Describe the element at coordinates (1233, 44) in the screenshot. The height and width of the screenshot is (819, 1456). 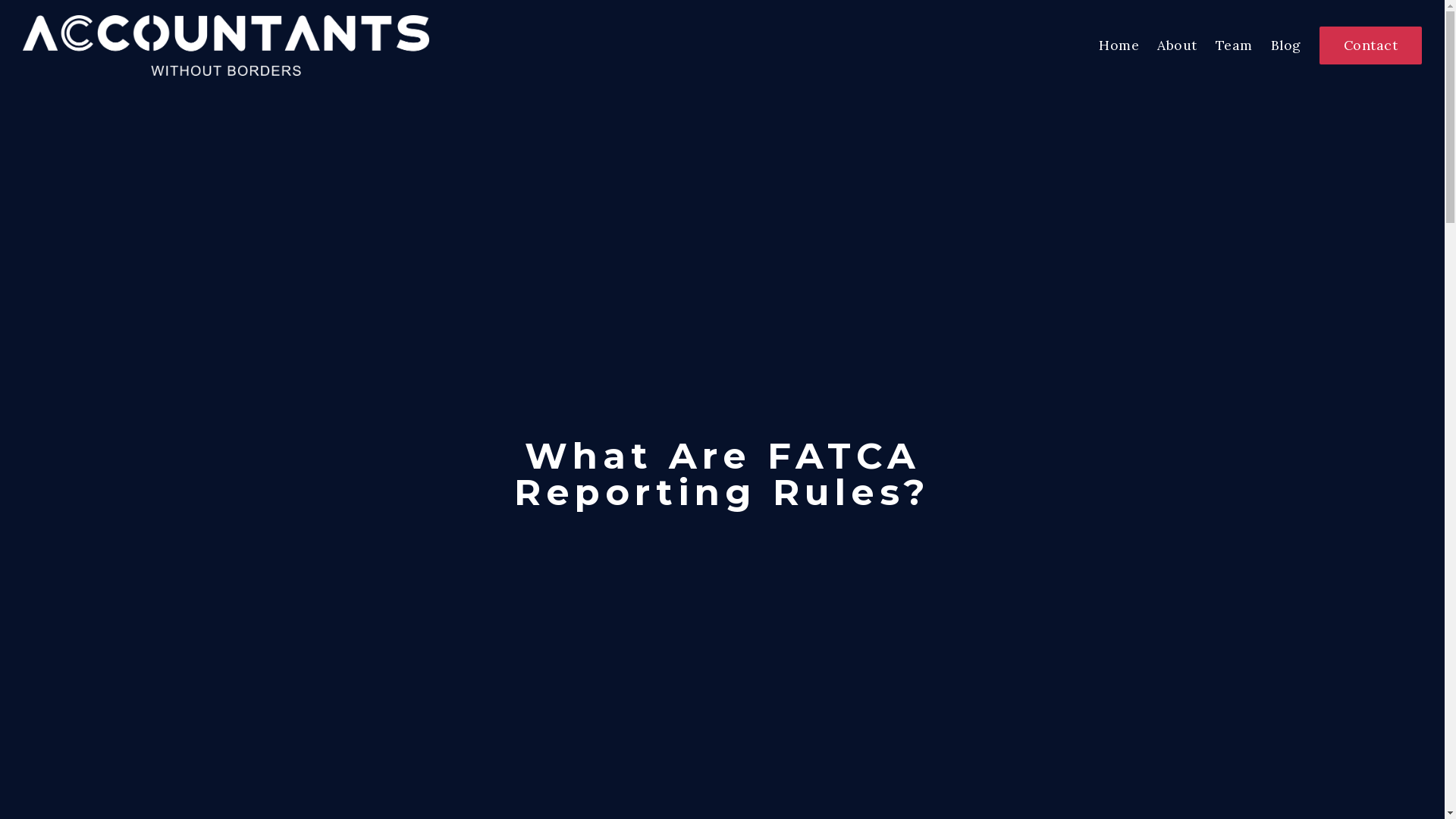
I see `'Team'` at that location.